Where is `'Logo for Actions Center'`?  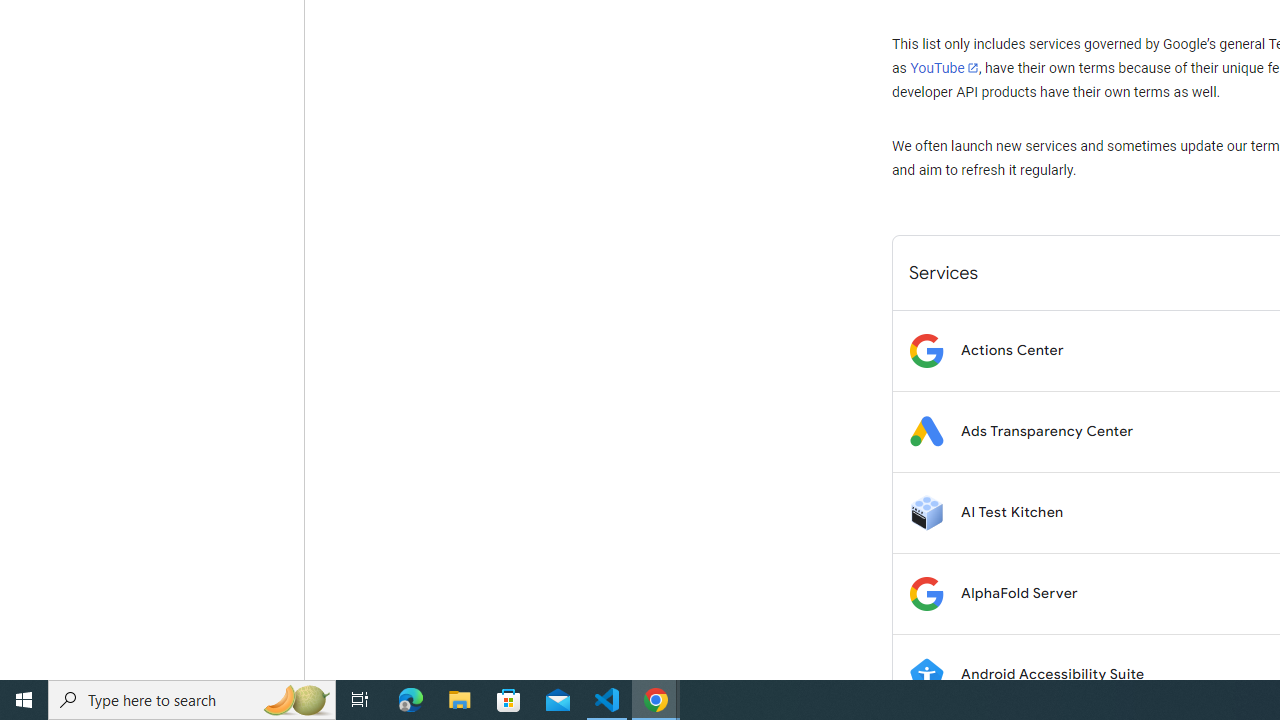
'Logo for Actions Center' is located at coordinates (925, 349).